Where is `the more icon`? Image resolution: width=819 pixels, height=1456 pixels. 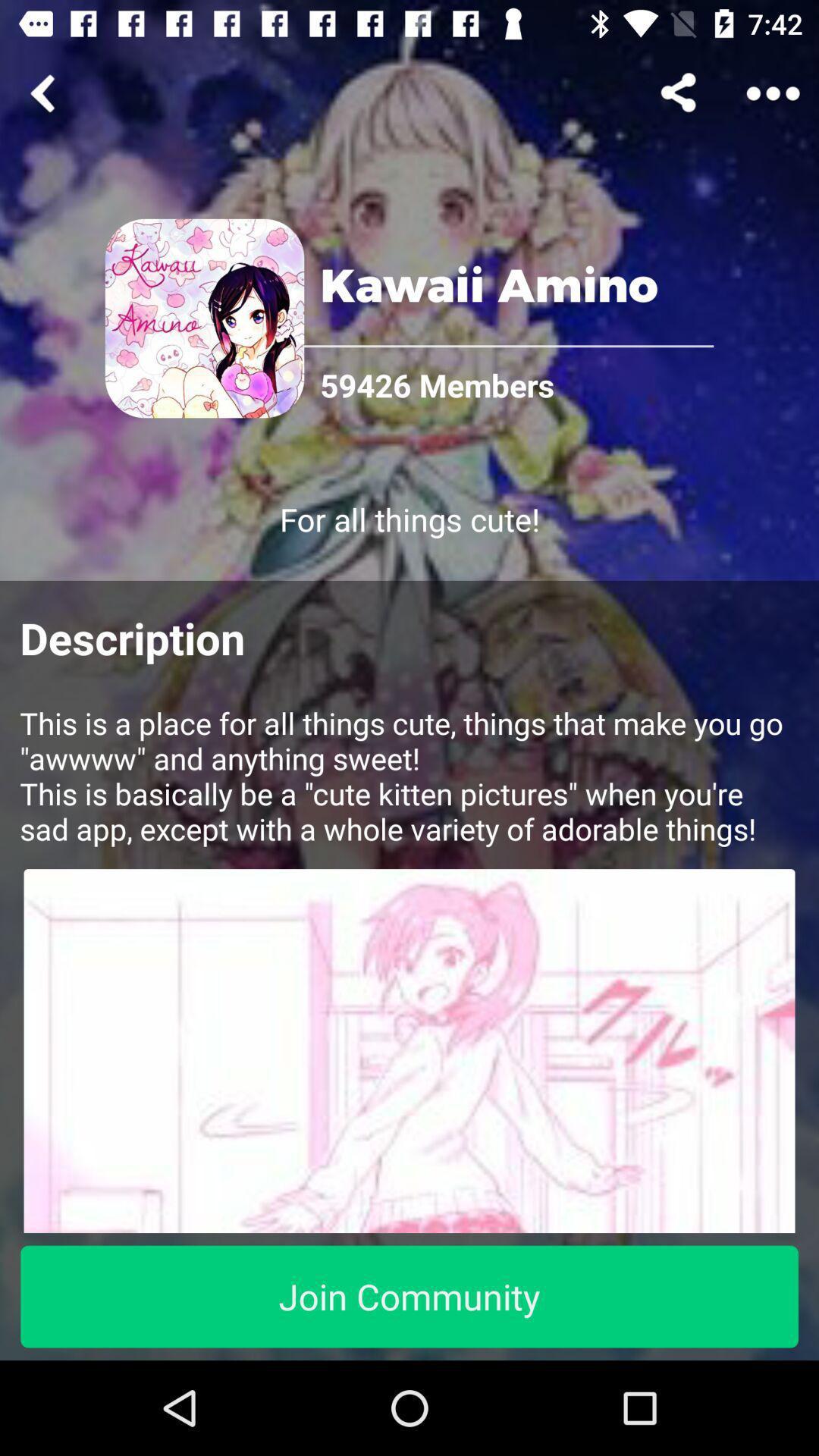
the more icon is located at coordinates (773, 93).